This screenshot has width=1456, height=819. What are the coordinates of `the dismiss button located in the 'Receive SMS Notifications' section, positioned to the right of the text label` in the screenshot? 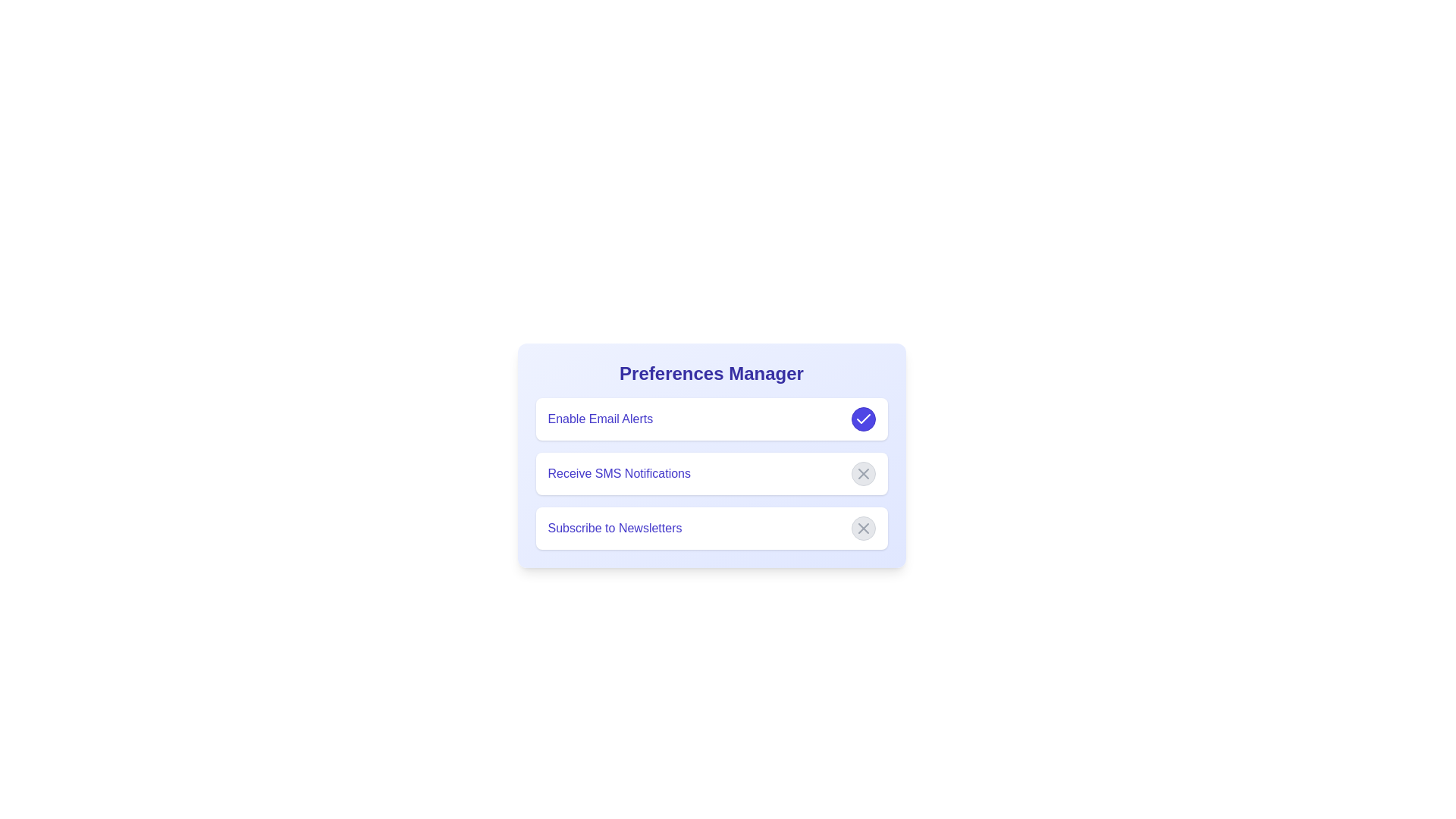 It's located at (863, 472).